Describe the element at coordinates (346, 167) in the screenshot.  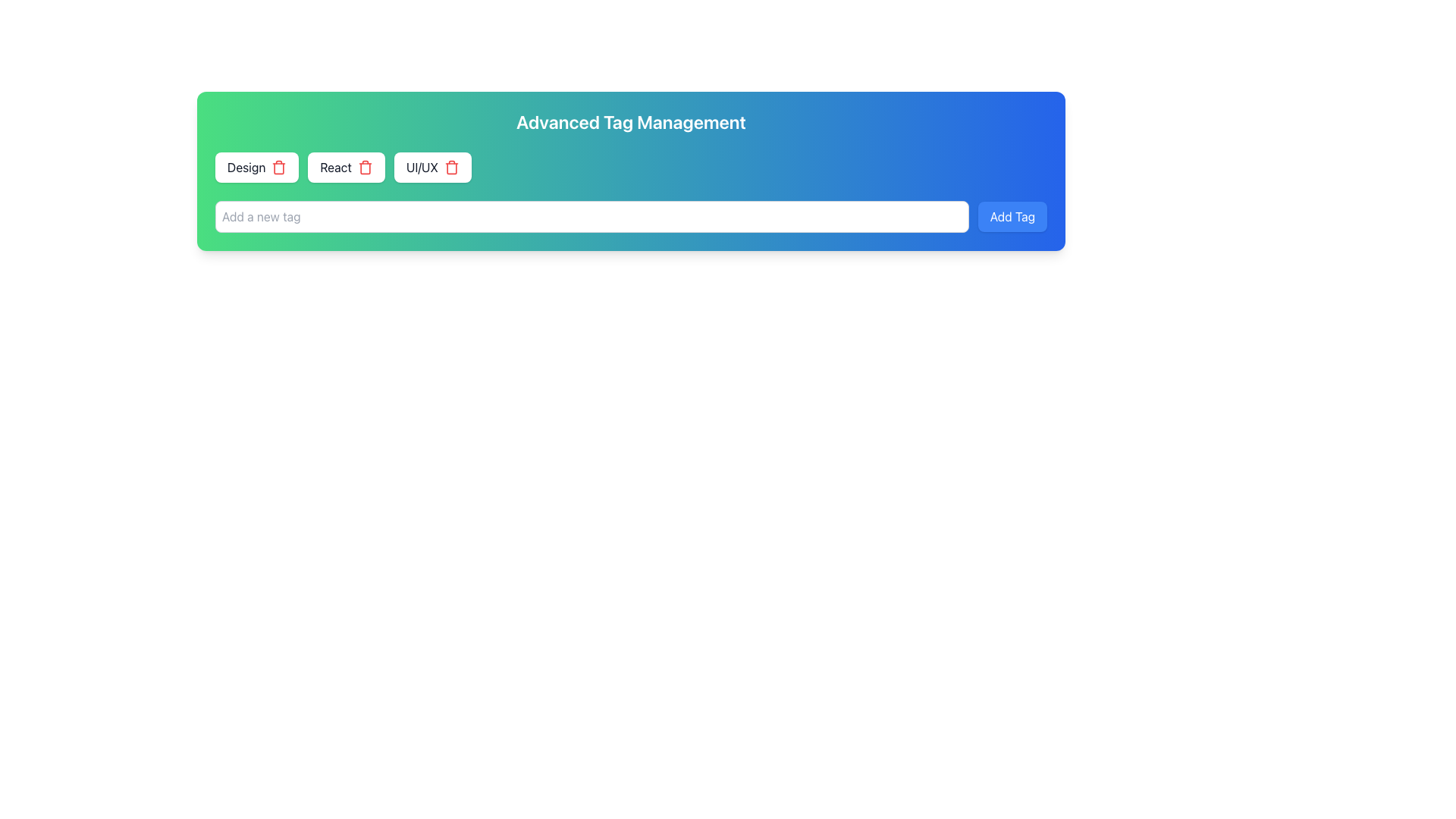
I see `the 'React' button` at that location.